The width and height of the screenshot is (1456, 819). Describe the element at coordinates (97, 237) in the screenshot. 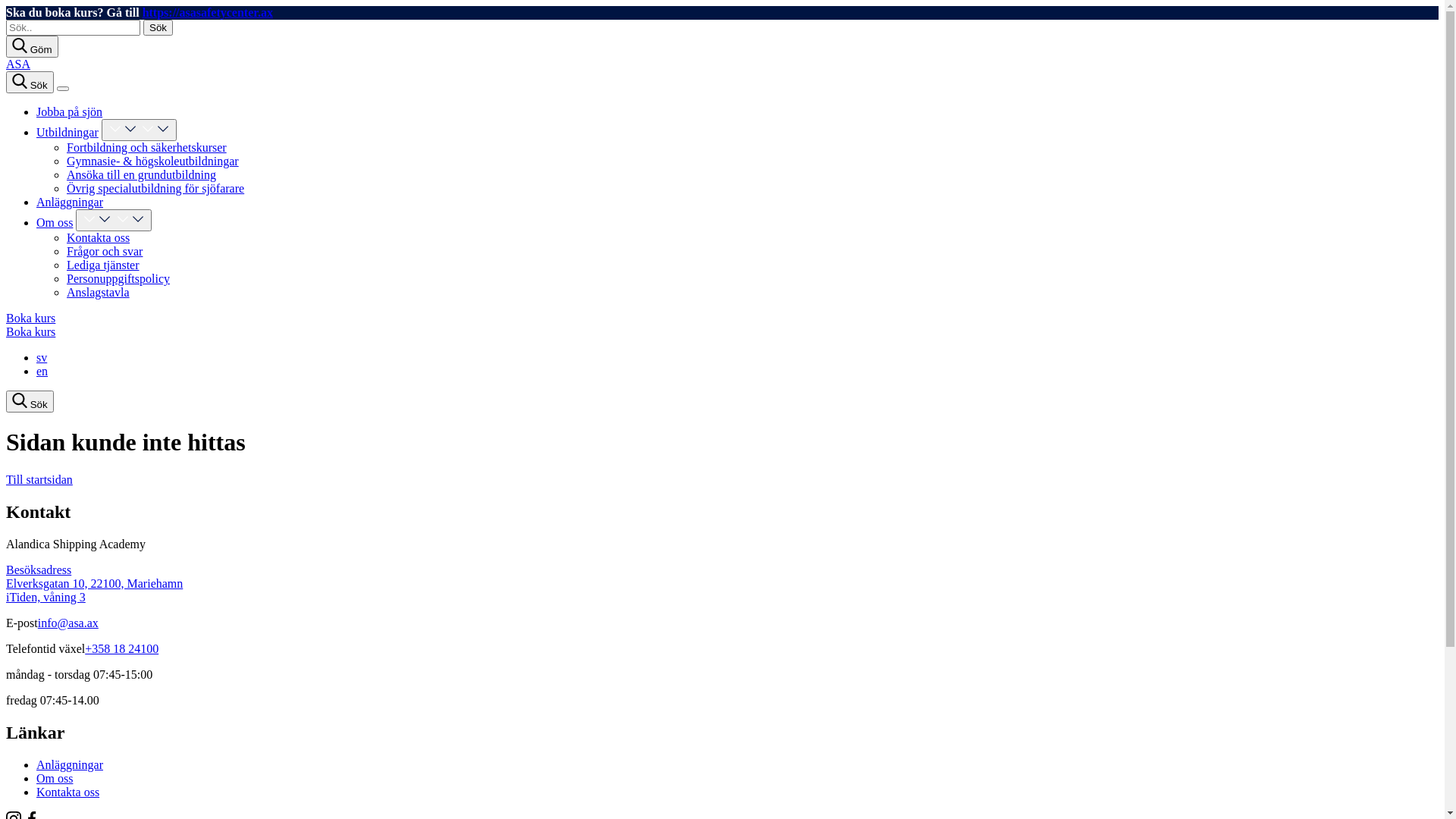

I see `'Kontakta oss'` at that location.